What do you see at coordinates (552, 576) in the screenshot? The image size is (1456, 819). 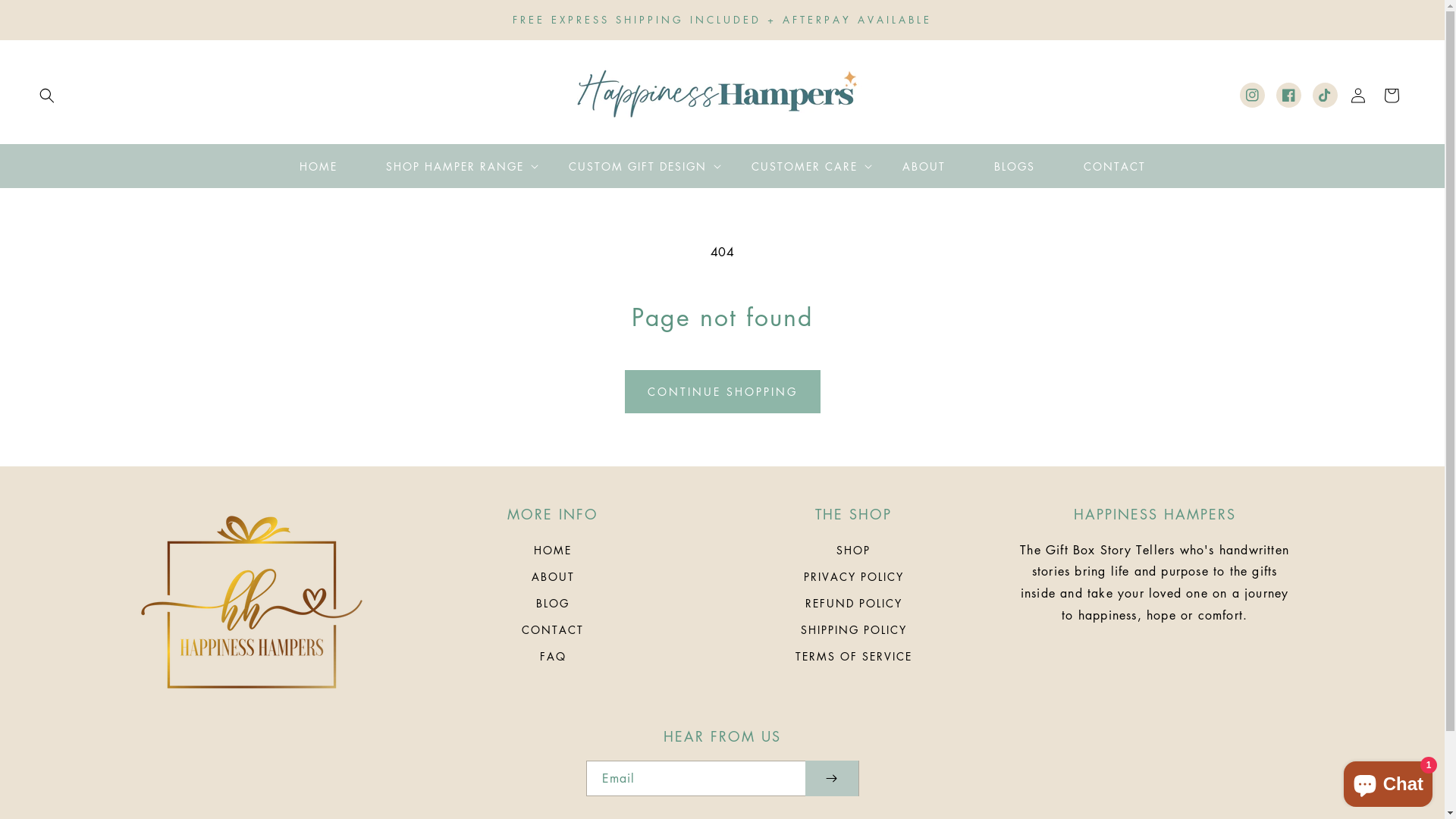 I see `'ABOUT'` at bounding box center [552, 576].